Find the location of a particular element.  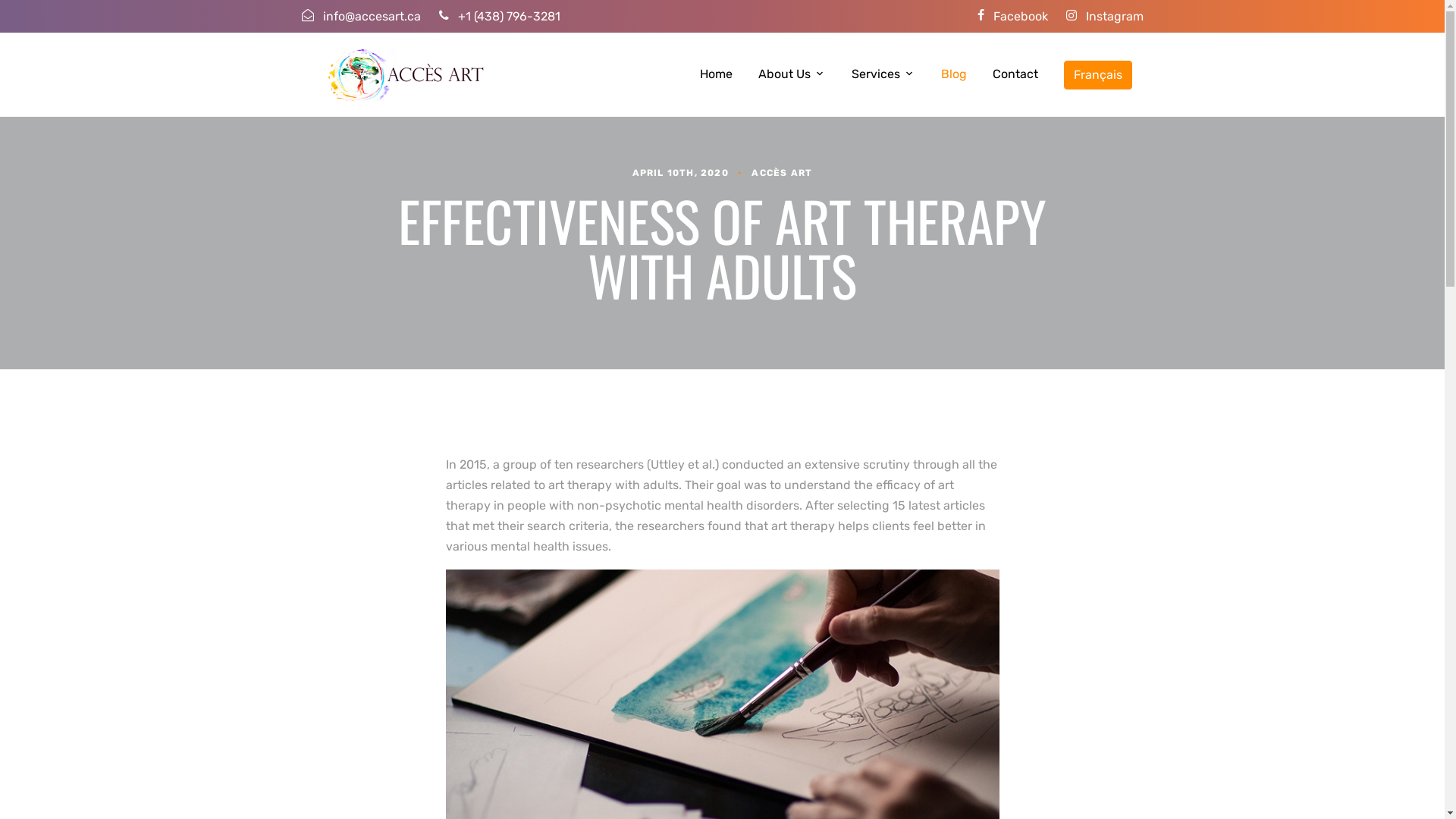

'Home' is located at coordinates (714, 74).